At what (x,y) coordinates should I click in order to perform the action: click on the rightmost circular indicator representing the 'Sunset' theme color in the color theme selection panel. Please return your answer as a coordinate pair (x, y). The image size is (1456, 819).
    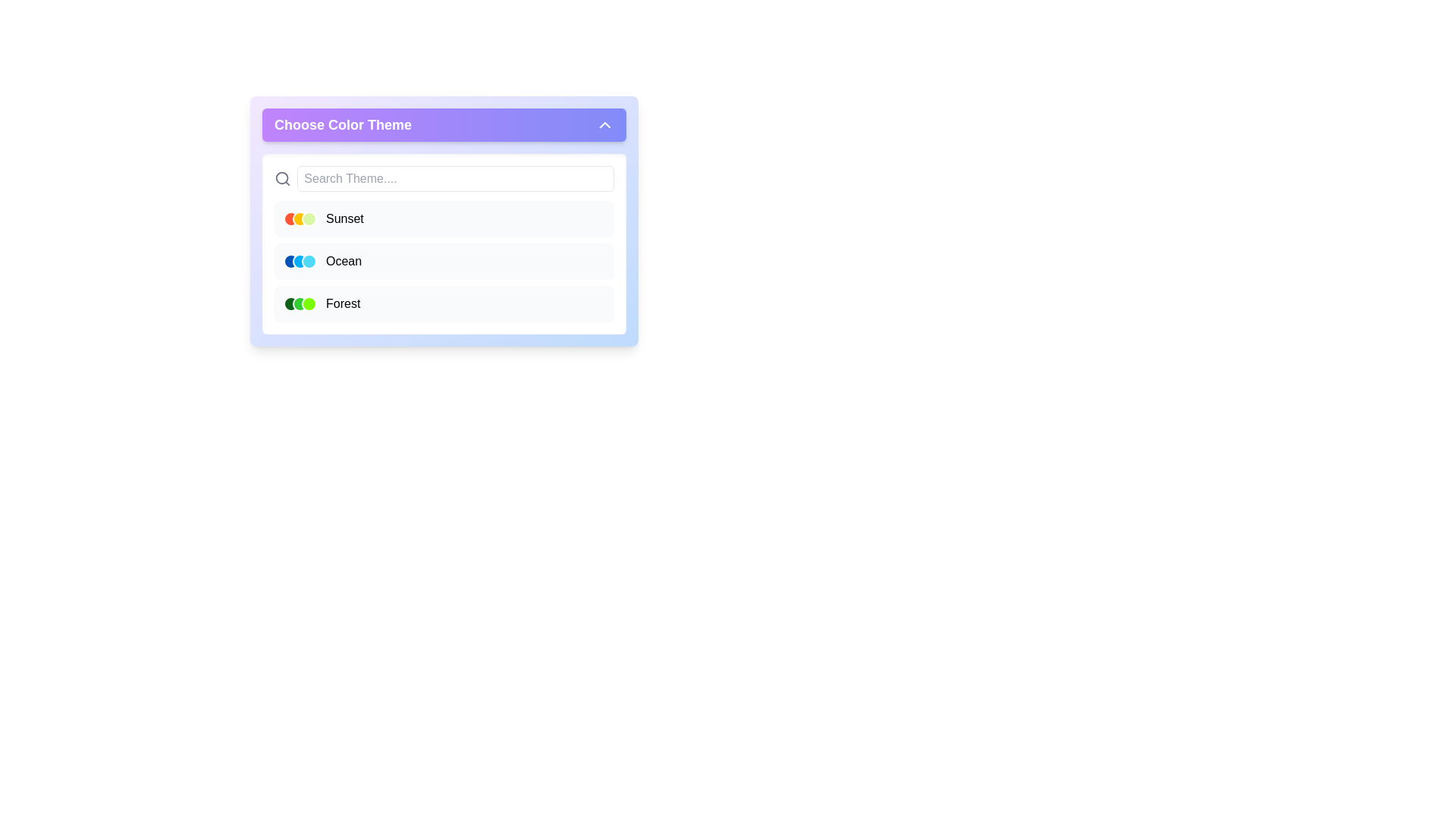
    Looking at the image, I should click on (309, 219).